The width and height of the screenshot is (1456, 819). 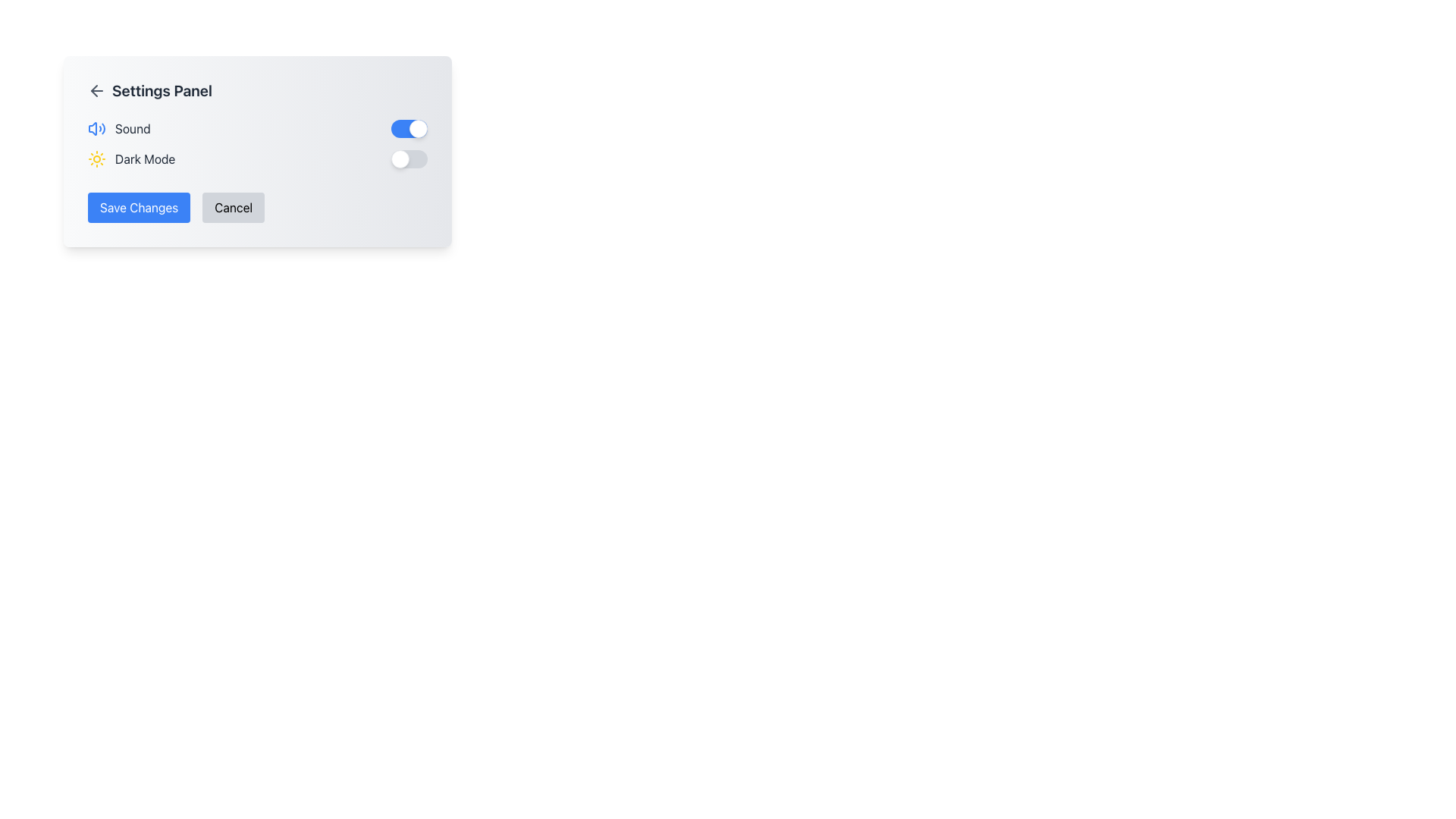 I want to click on the sound wave or speaker icon located to the left of the 'Sound' text in the upper-left section of the settings panel, so click(x=92, y=127).